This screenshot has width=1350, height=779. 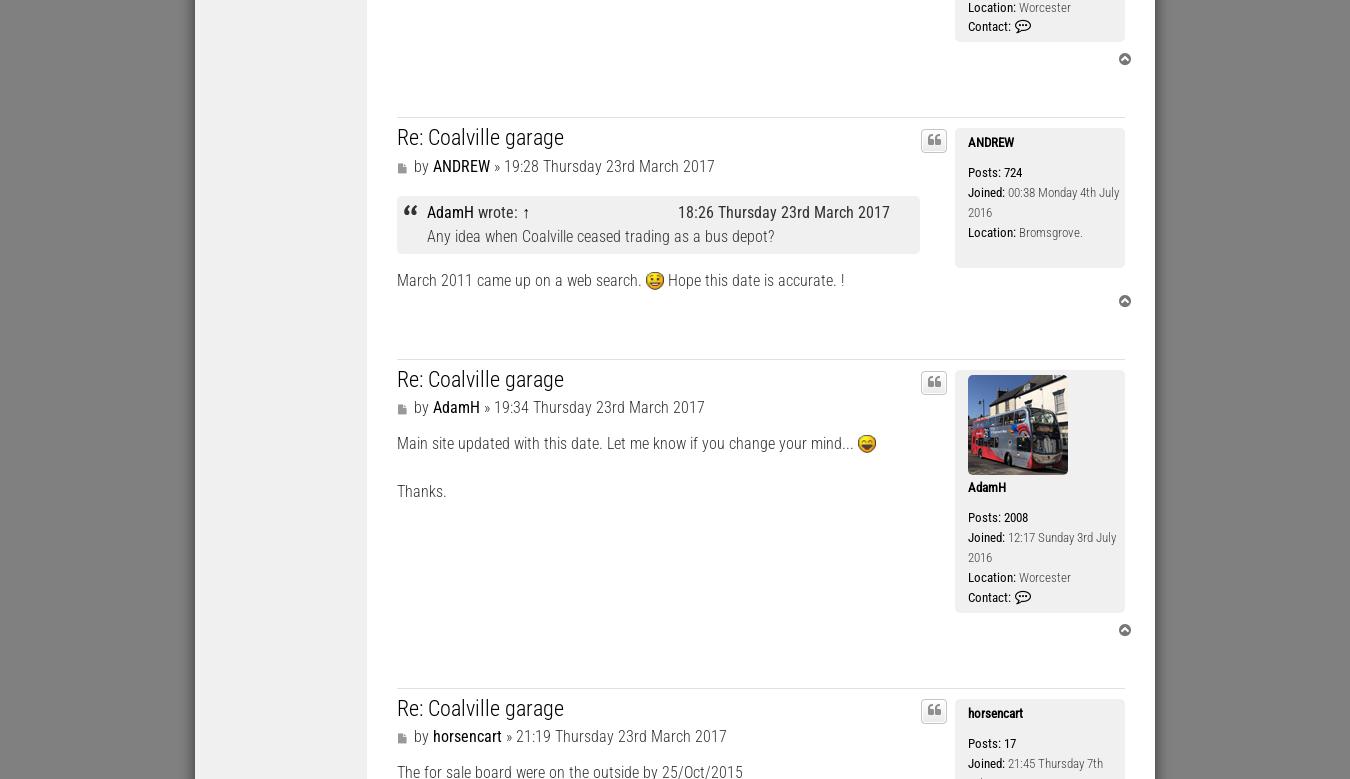 I want to click on 'Thanks.', so click(x=422, y=491).